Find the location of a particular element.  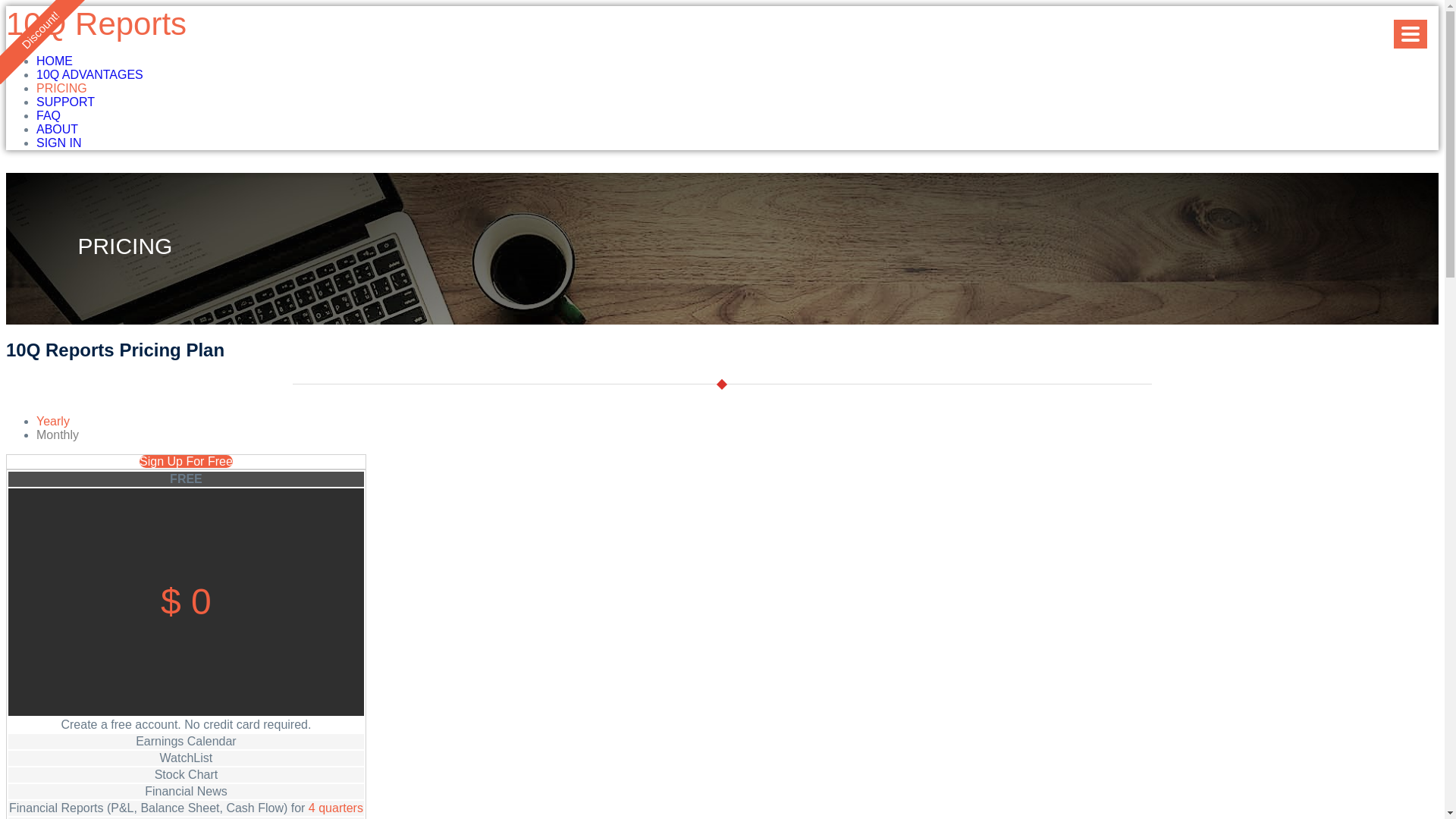

'10Q ADVANTAGES' is located at coordinates (89, 74).